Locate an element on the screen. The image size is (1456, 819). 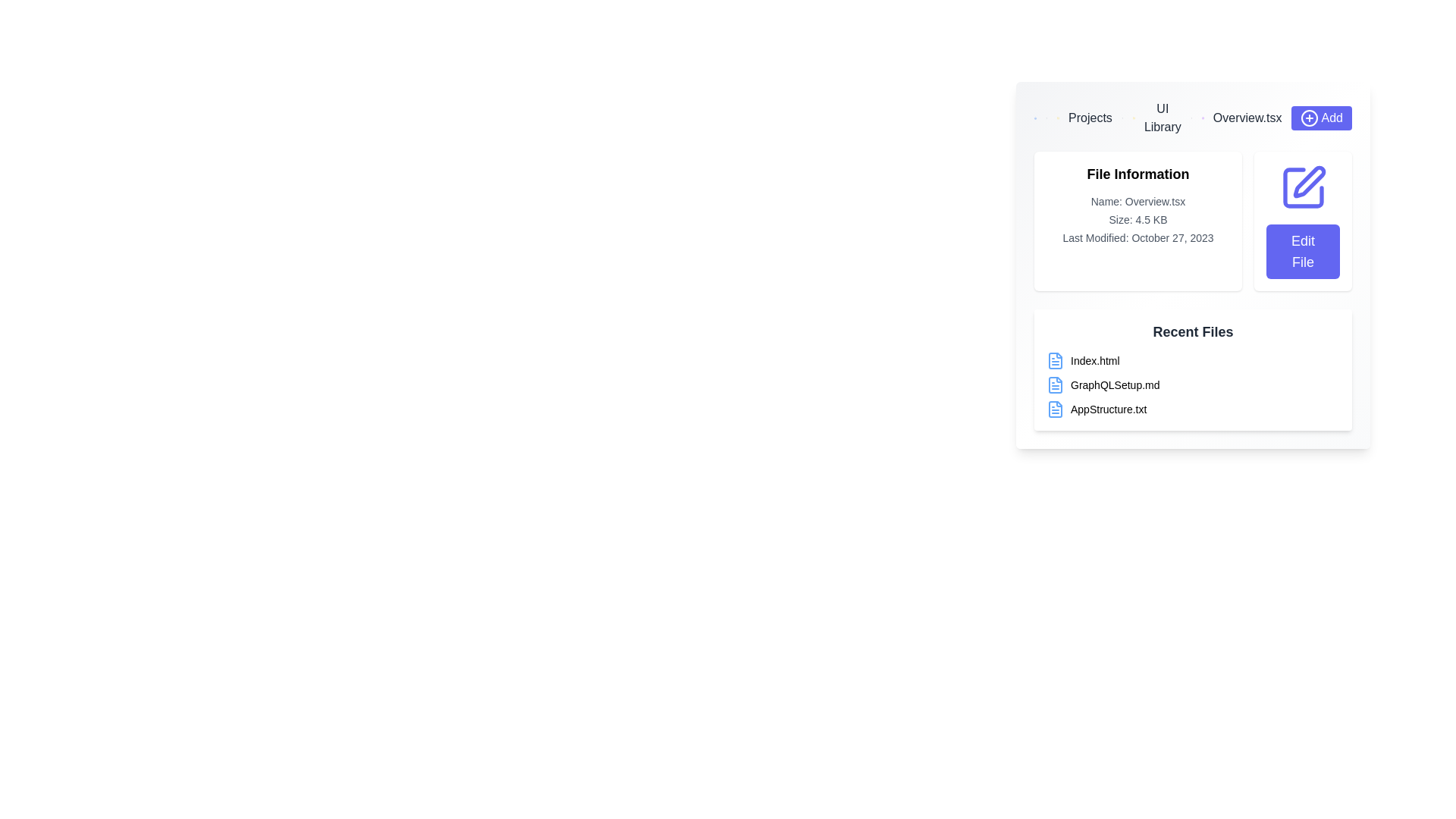
the 'Add' button in the Breadcrumb navigation bar is located at coordinates (1192, 117).